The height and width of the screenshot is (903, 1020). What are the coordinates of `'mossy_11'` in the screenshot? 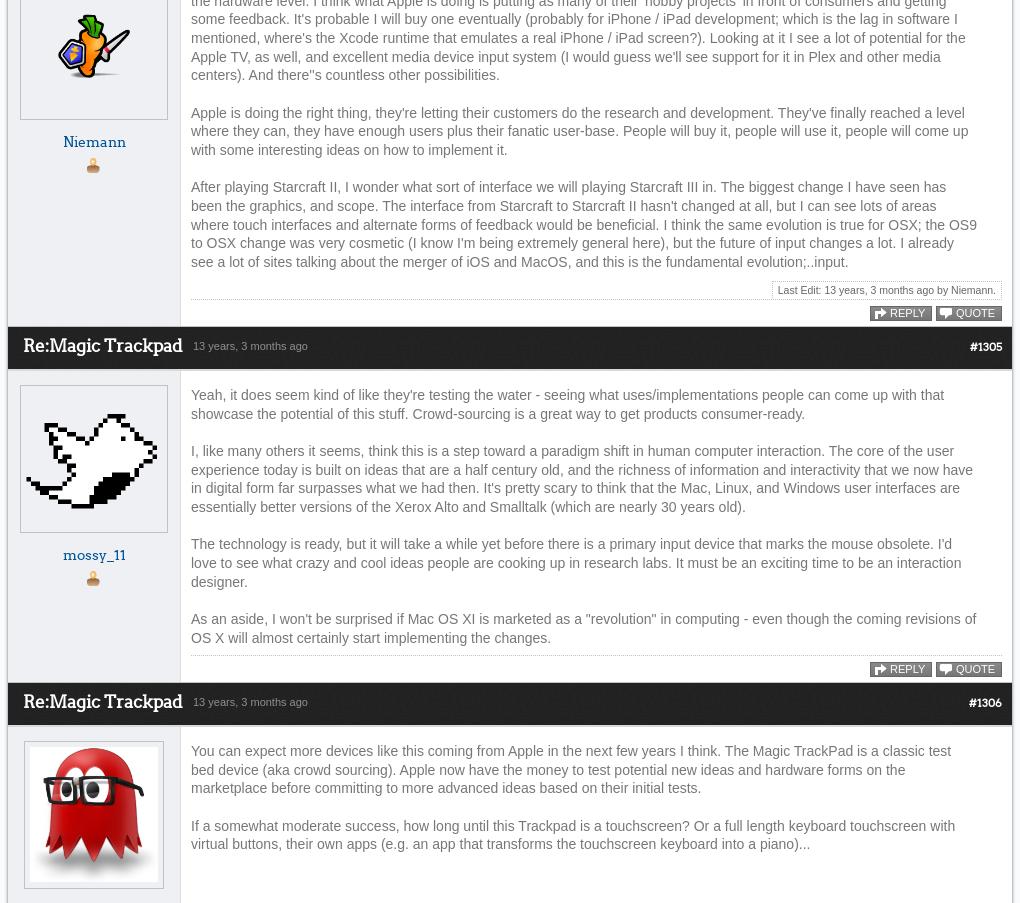 It's located at (92, 554).